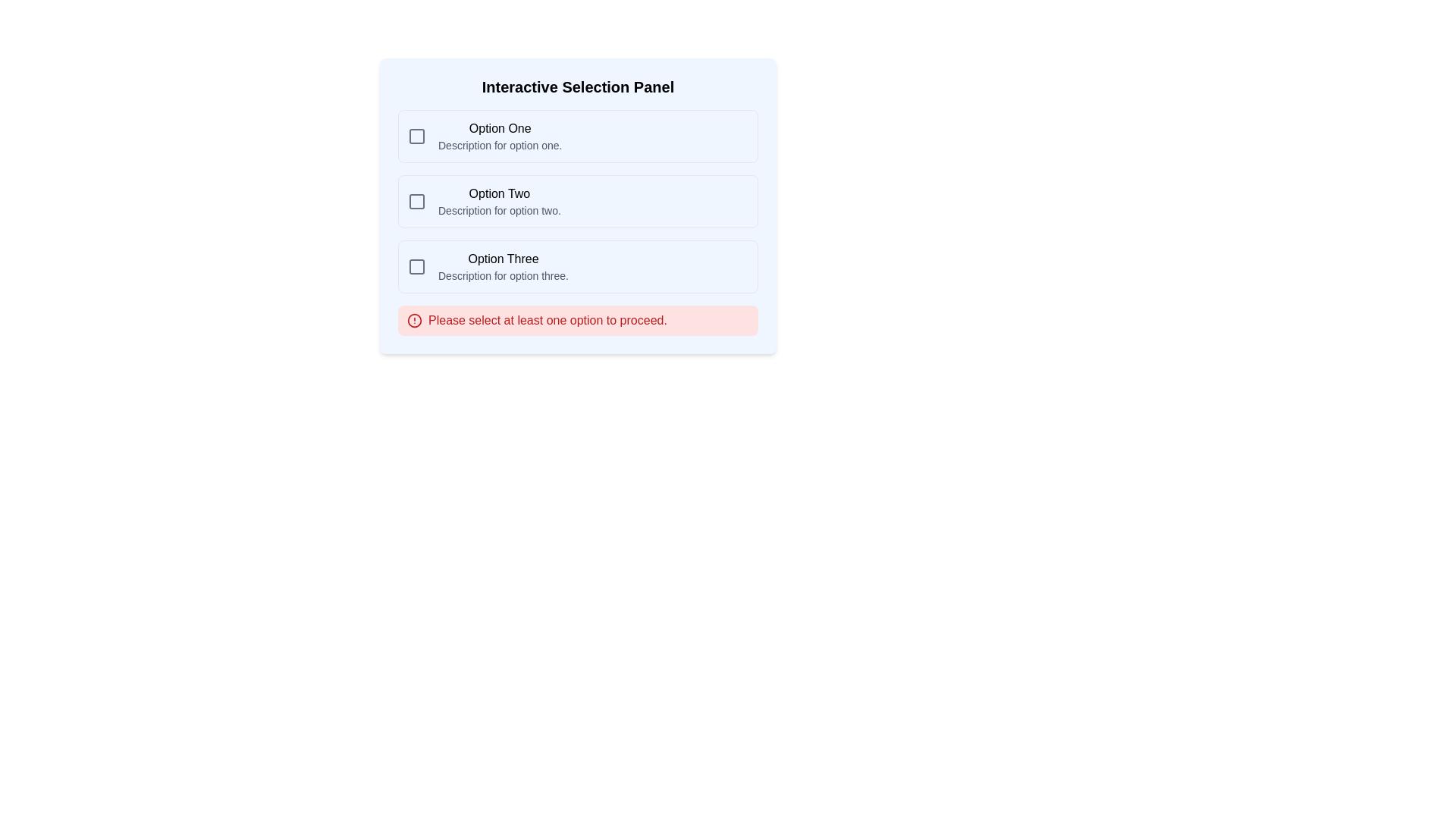 This screenshot has height=819, width=1456. Describe the element at coordinates (499, 193) in the screenshot. I see `bold text label 'Option Two' located centrally in the second item of the selection interface, which is followed by a description` at that location.